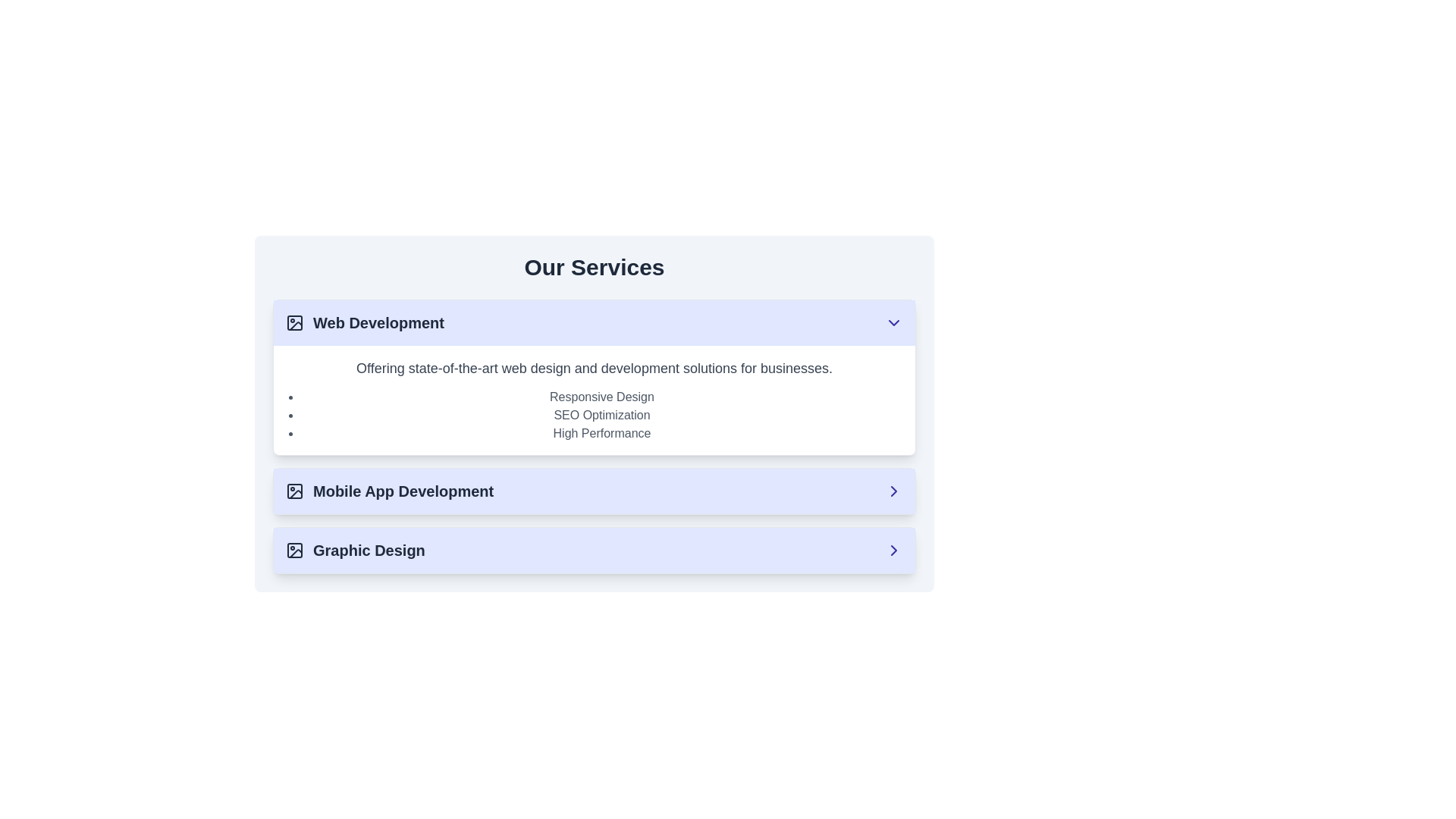 The width and height of the screenshot is (1456, 819). Describe the element at coordinates (593, 436) in the screenshot. I see `the Informational card about web development services located at the top of the 'Our Services' section` at that location.